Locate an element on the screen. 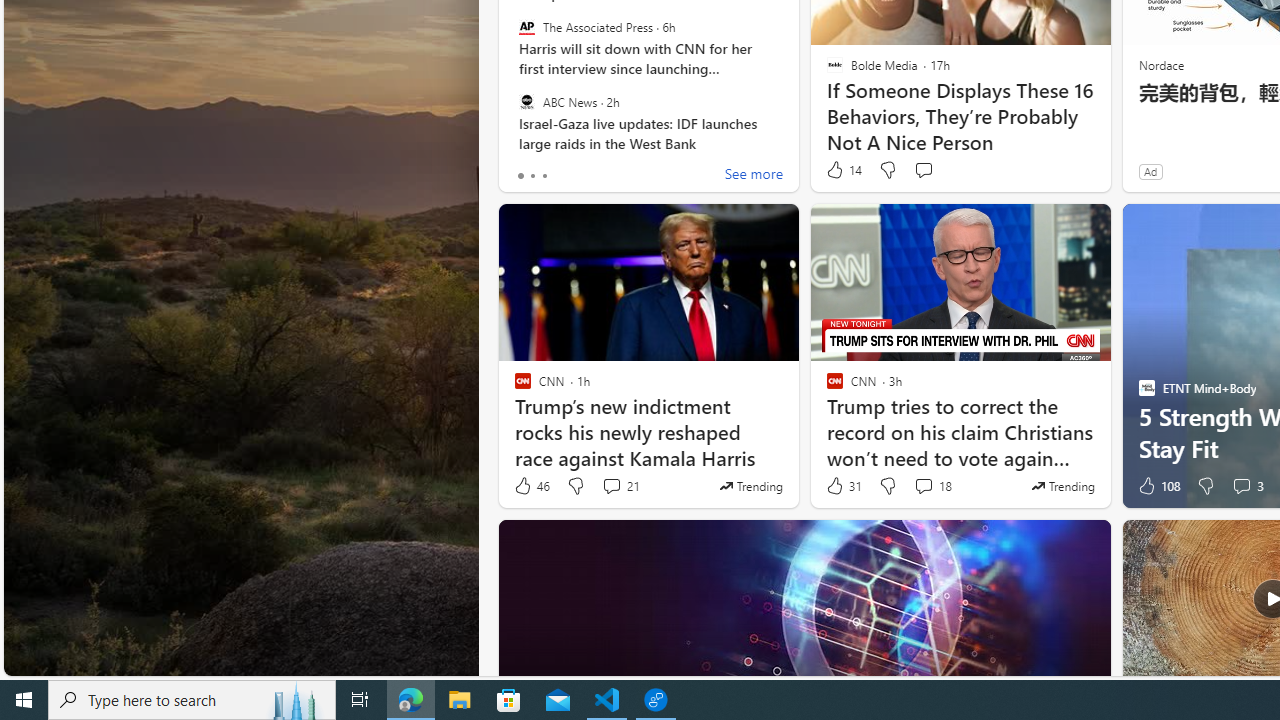 Image resolution: width=1280 pixels, height=720 pixels. 'View comments 21 Comment' is located at coordinates (619, 486).